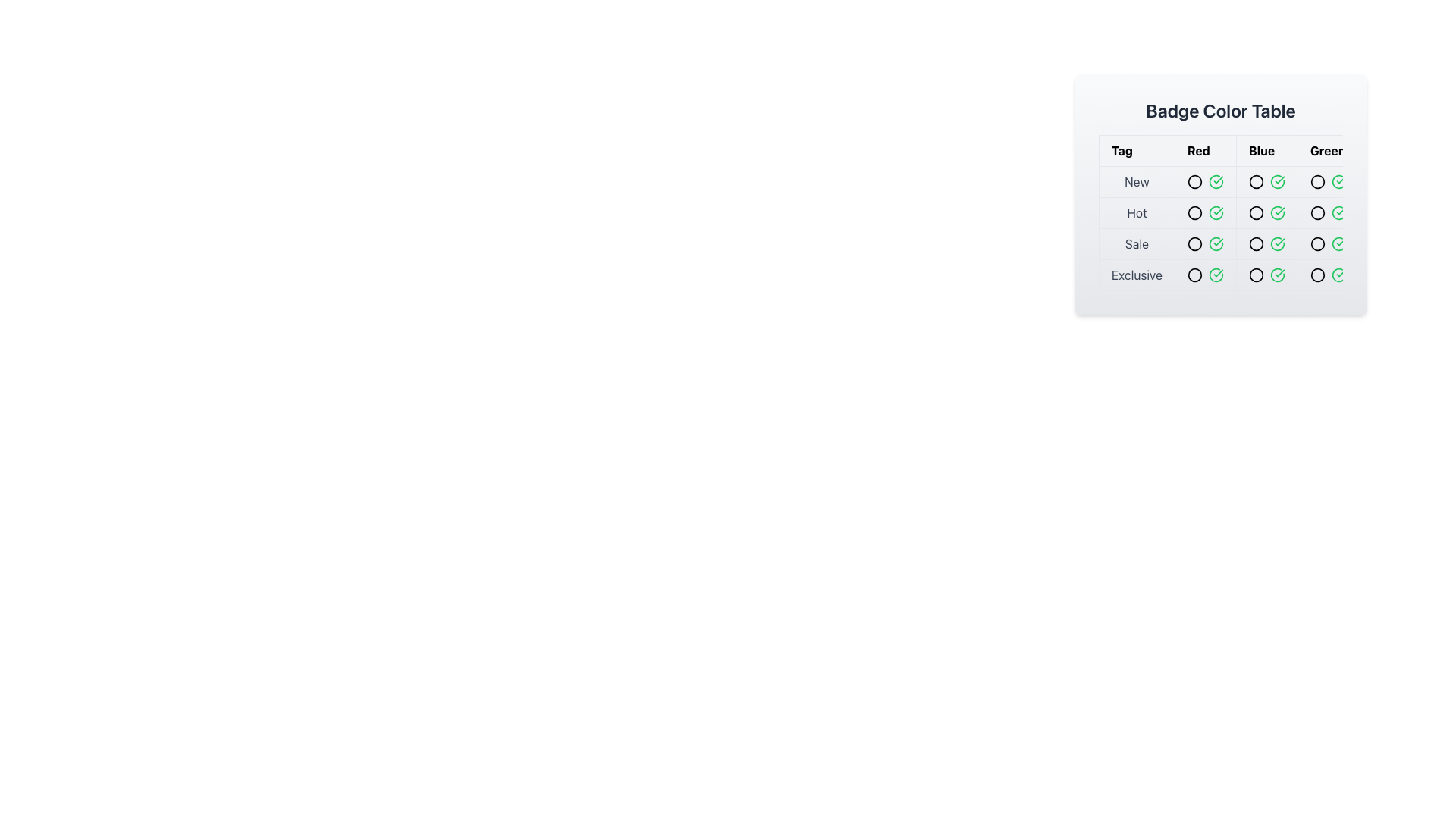  Describe the element at coordinates (1204, 243) in the screenshot. I see `the status of the green checkmark icon in the 'Red' category of the 'Badge Color Table' located in the third row under the 'Sale' label` at that location.